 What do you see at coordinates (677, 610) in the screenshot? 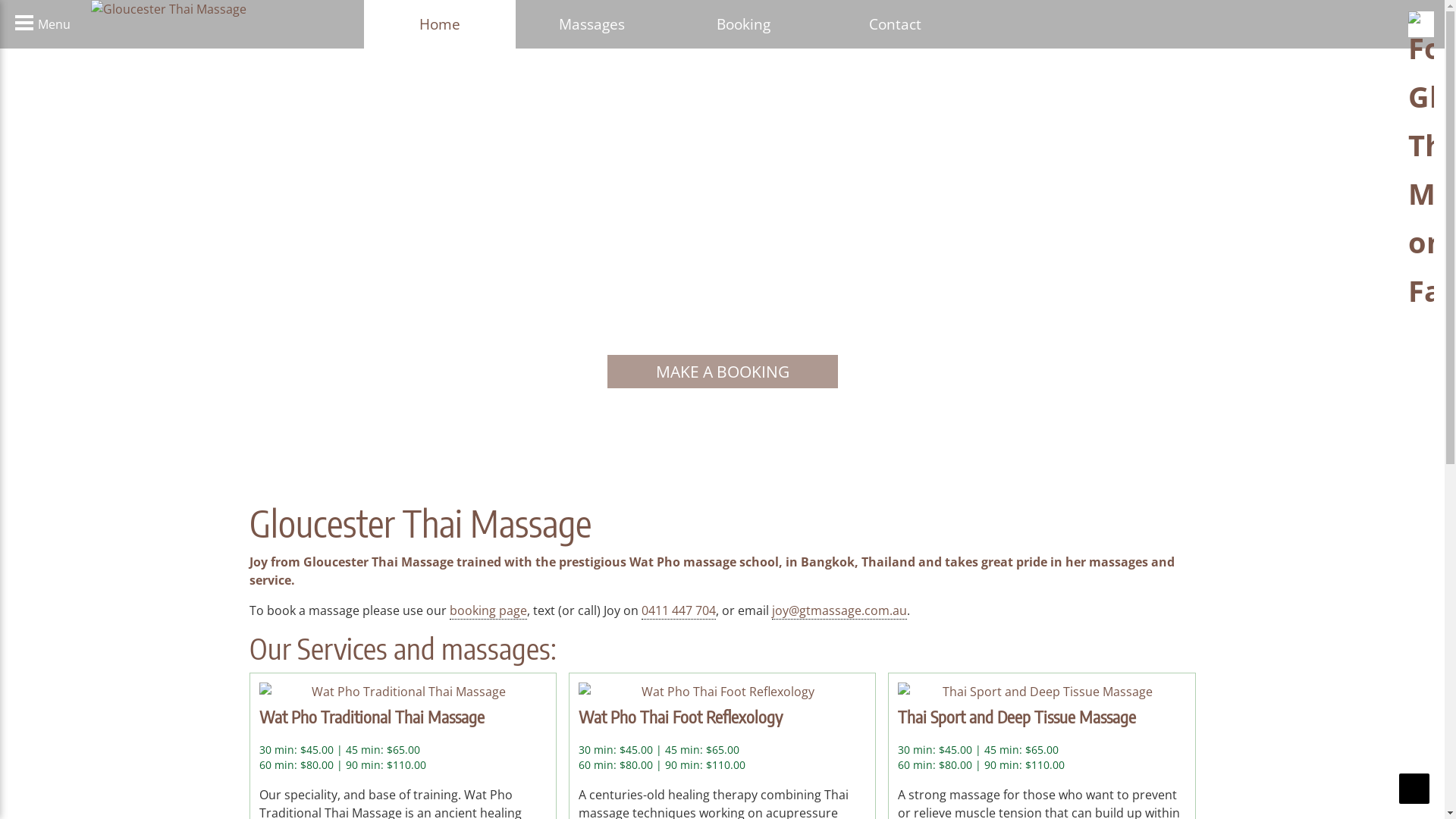
I see `'0411 447 704'` at bounding box center [677, 610].